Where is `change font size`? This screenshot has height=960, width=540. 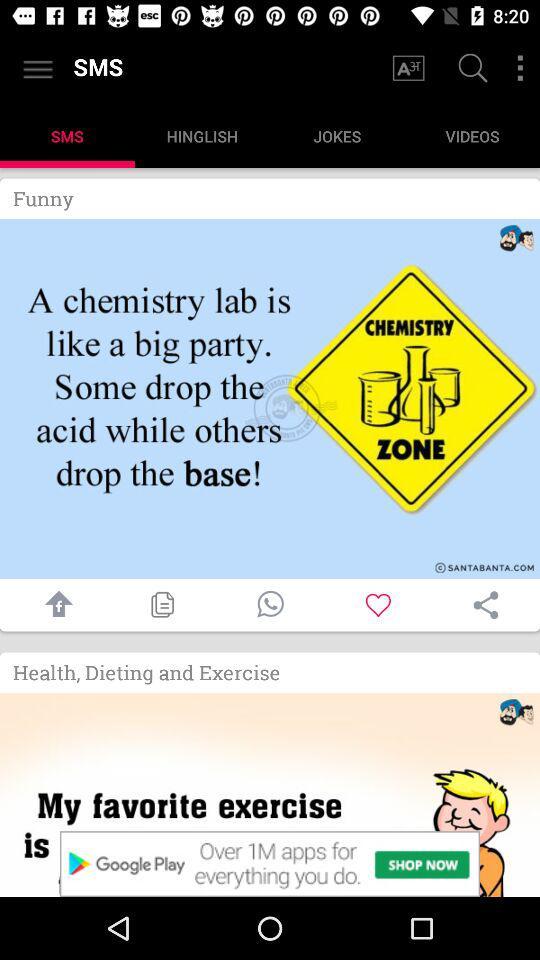 change font size is located at coordinates (407, 68).